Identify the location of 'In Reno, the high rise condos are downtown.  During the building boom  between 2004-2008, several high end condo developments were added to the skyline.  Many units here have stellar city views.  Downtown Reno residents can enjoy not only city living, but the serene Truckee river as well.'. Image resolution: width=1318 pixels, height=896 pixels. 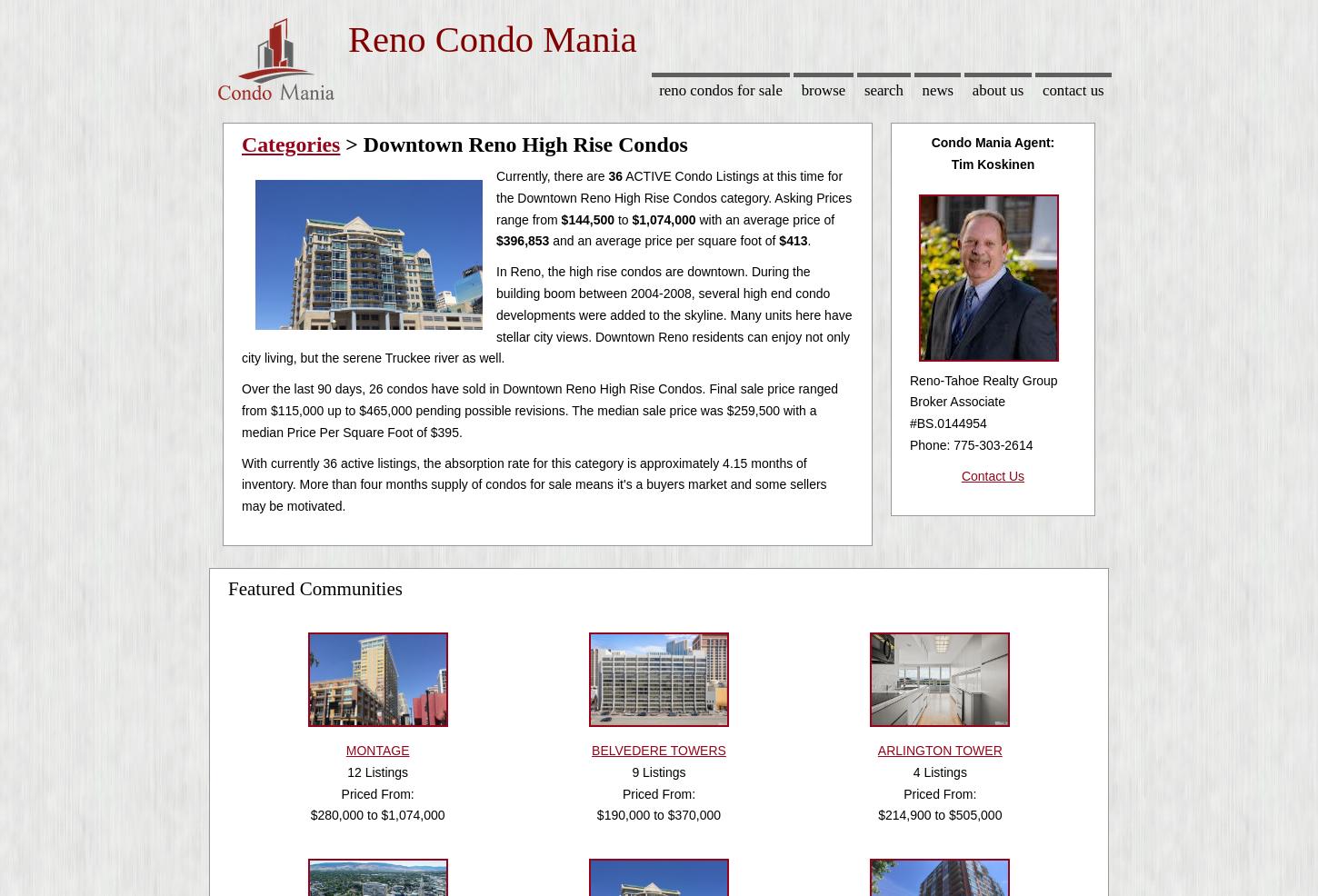
(546, 314).